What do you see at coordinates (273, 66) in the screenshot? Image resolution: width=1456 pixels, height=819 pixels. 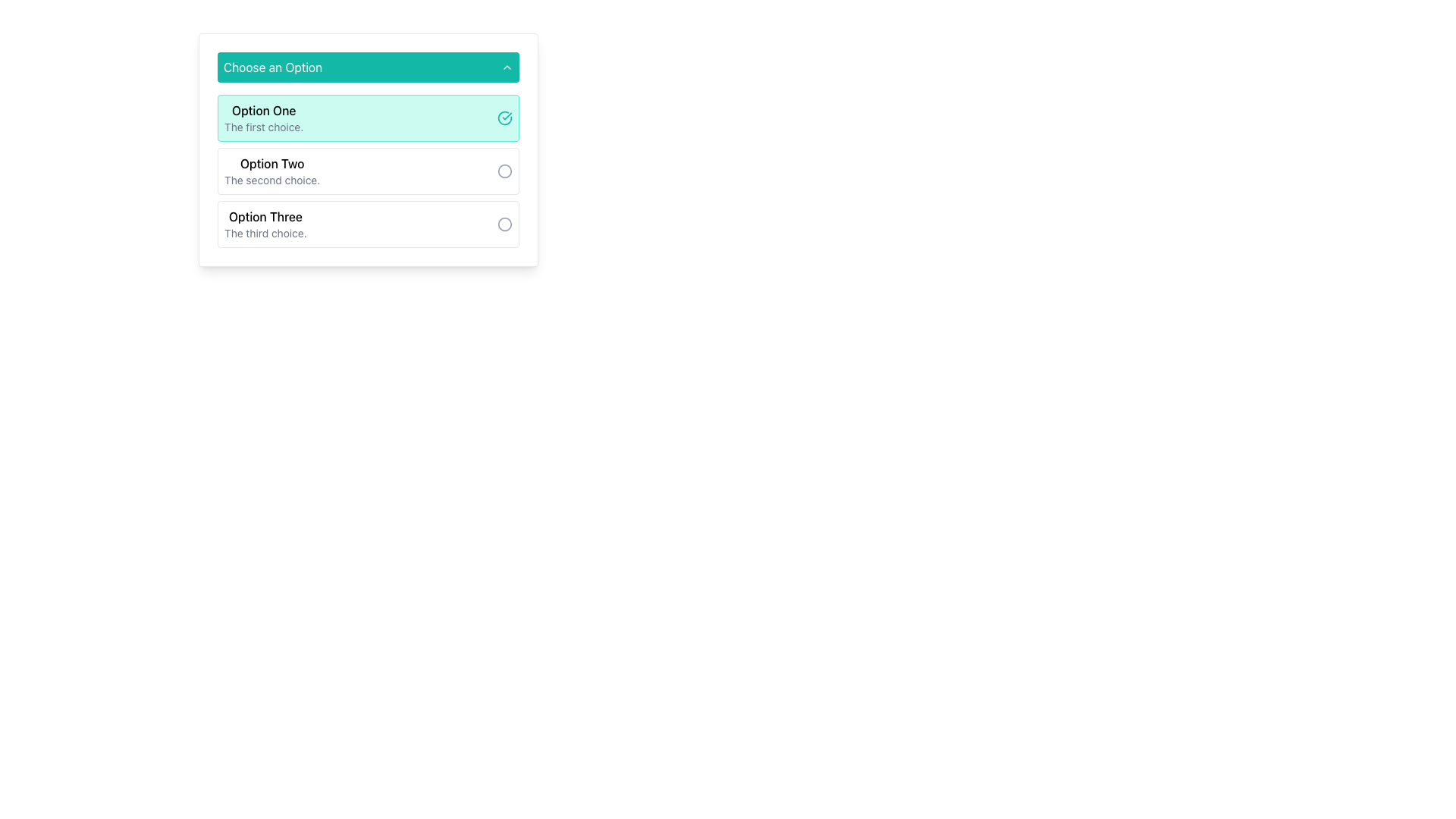 I see `the text label reading 'Choose an Option', which is styled in white font on a teal background and is located at the top left of a dropdown menu` at bounding box center [273, 66].